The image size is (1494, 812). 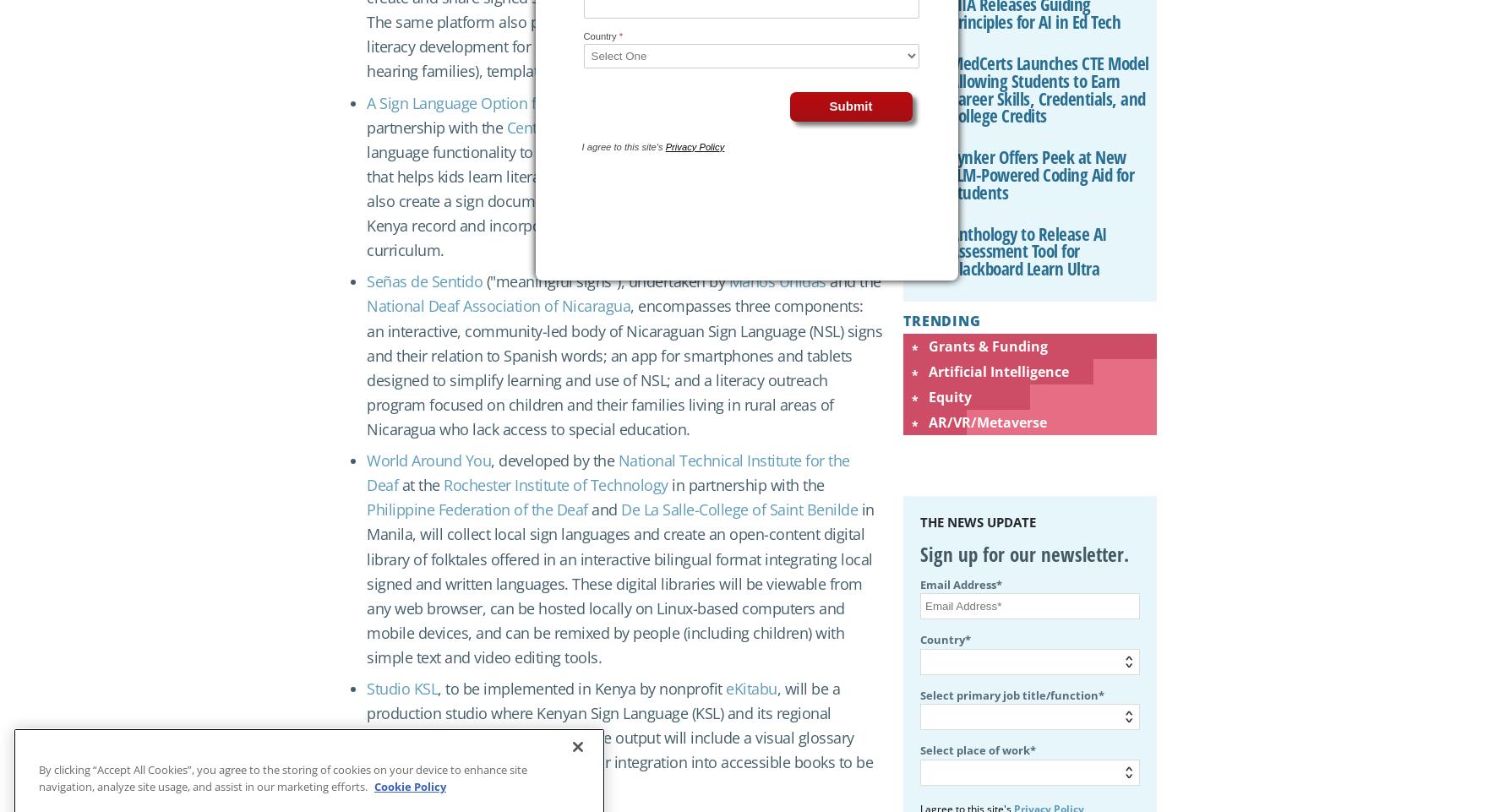 What do you see at coordinates (776, 280) in the screenshot?
I see `'Manos  Unidas'` at bounding box center [776, 280].